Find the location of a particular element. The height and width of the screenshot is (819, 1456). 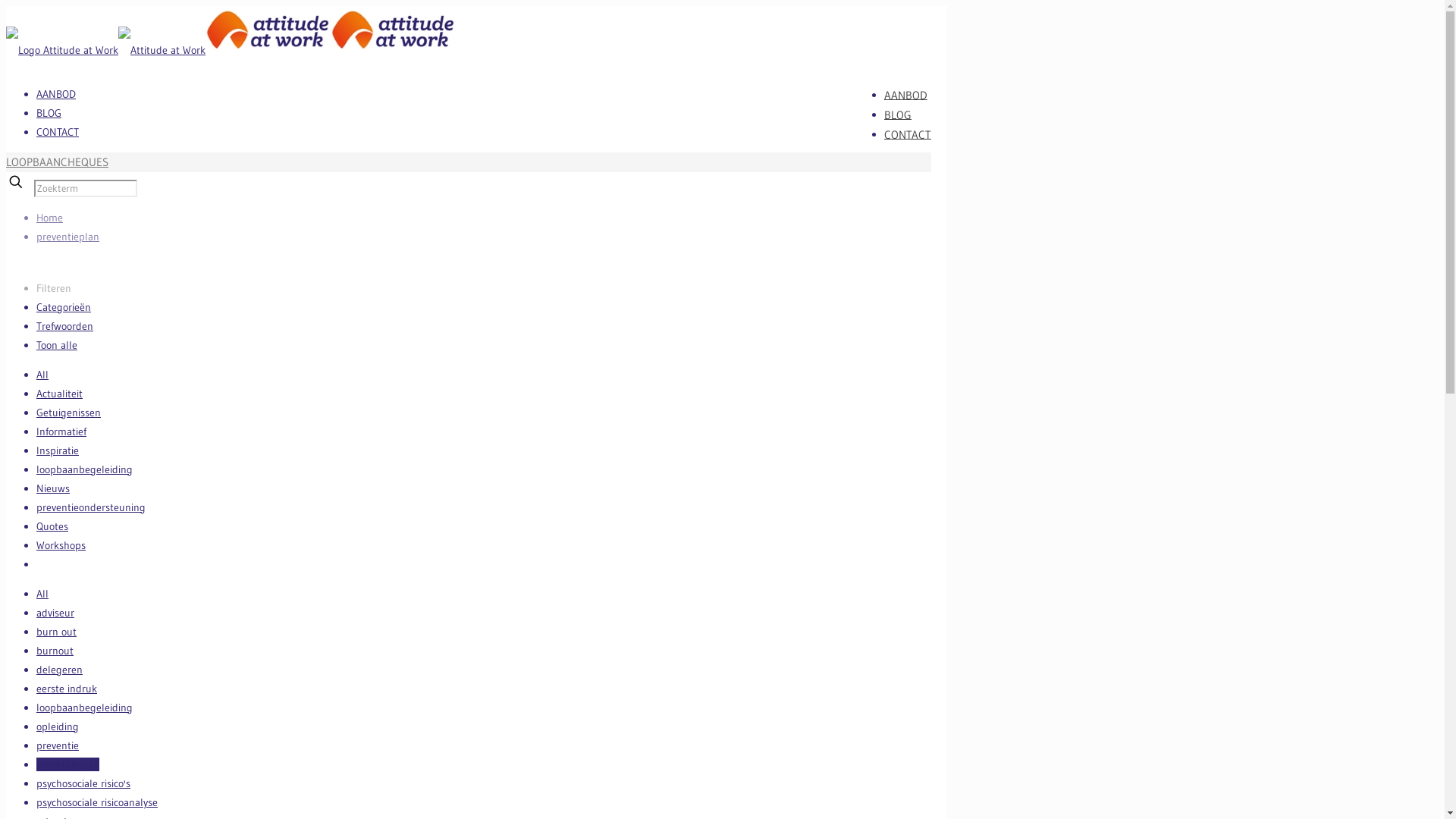

'eerste indruk' is located at coordinates (65, 688).